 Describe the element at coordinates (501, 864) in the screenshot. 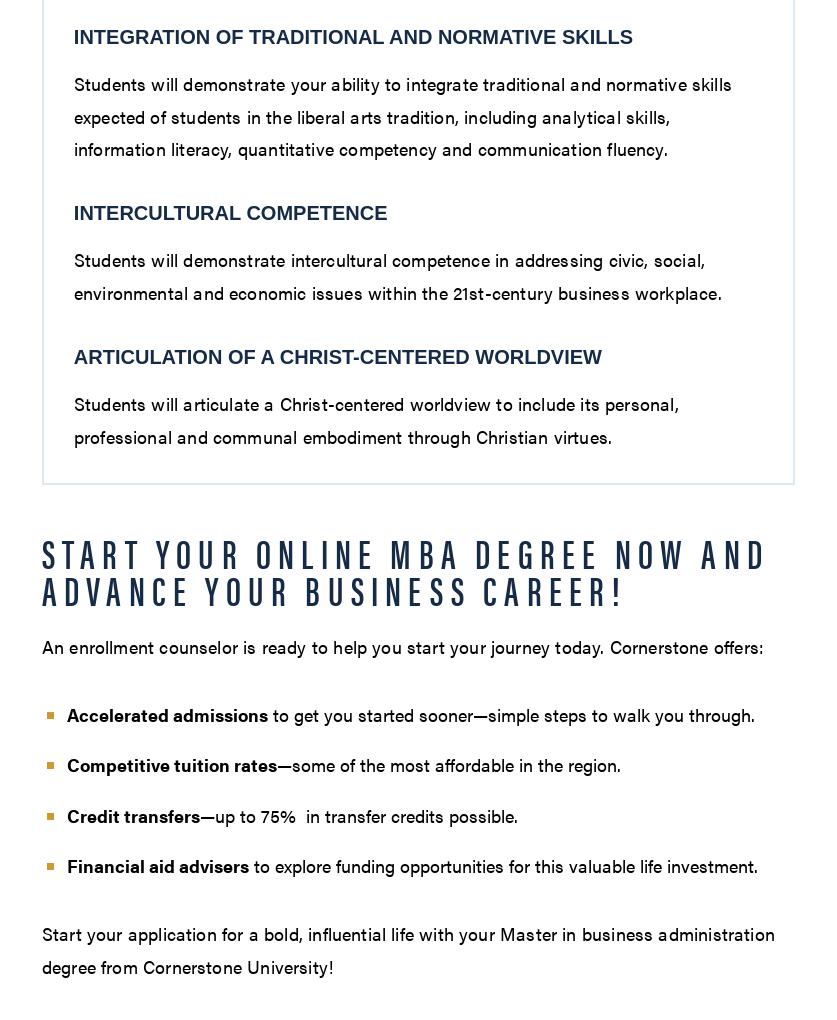

I see `'to explore funding opportunities for this valuable life investment.'` at that location.